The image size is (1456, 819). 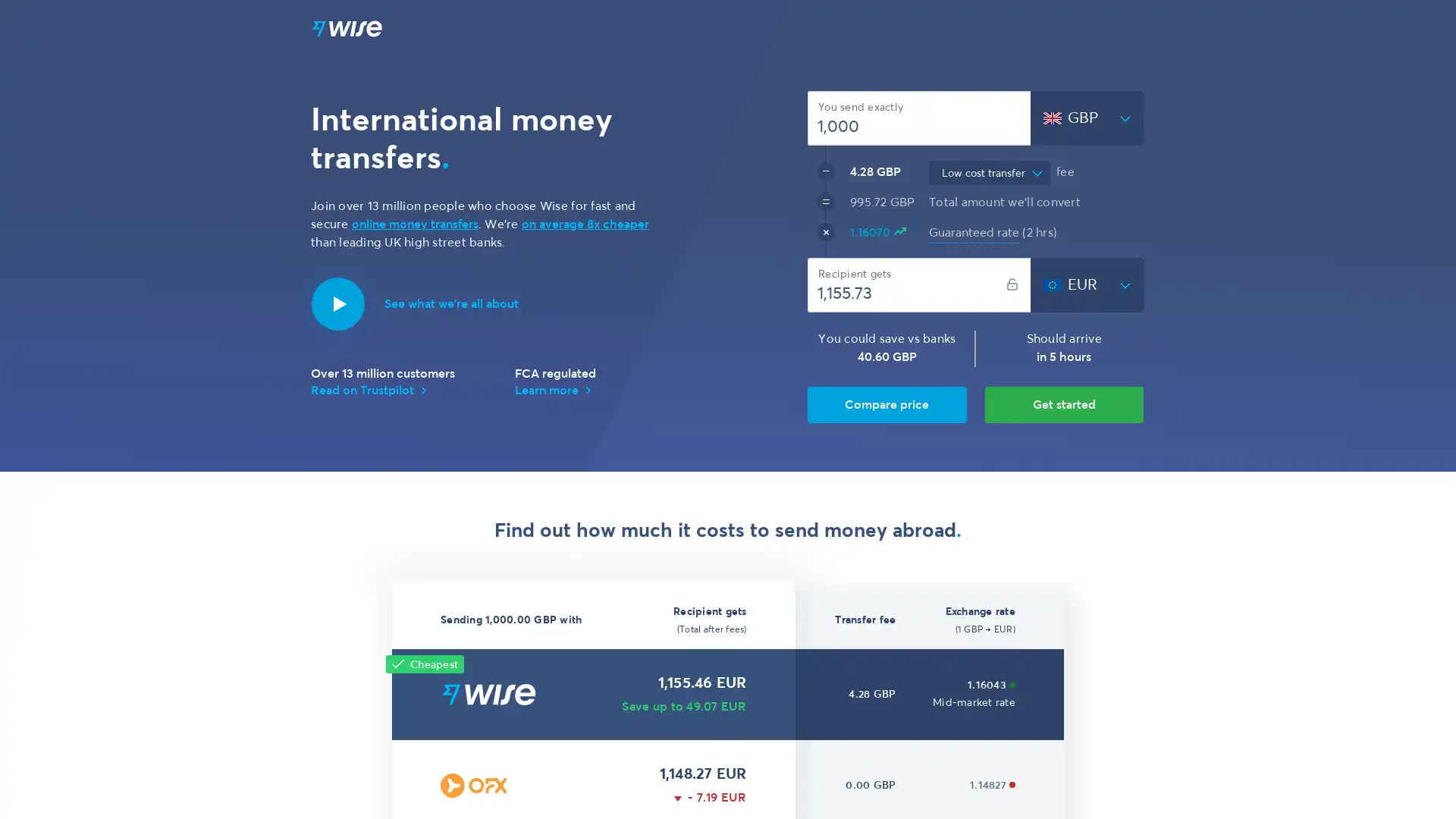 I want to click on Introduction to Wise, so click(x=450, y=303).